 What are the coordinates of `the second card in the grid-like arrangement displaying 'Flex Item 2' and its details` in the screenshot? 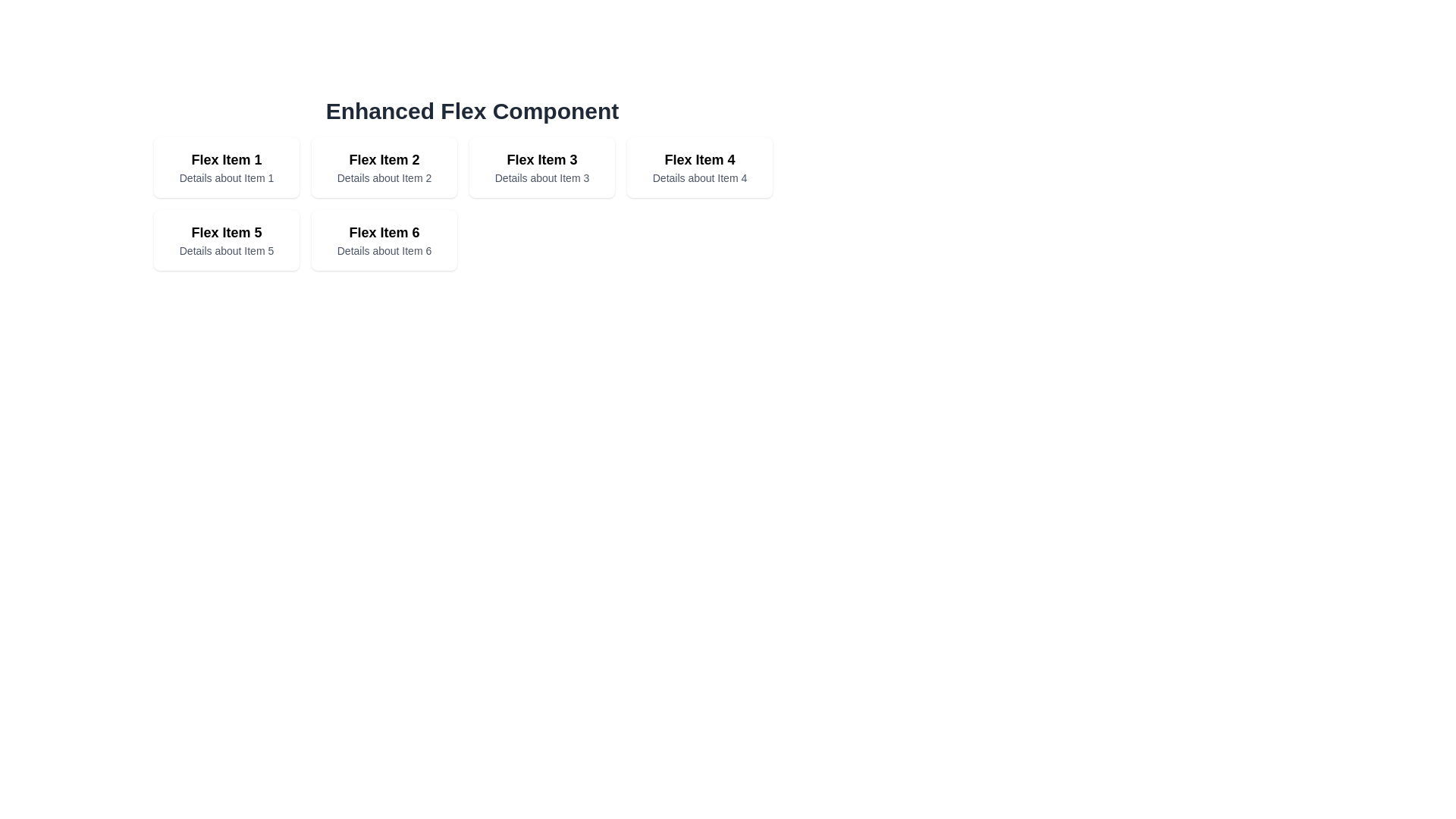 It's located at (384, 167).